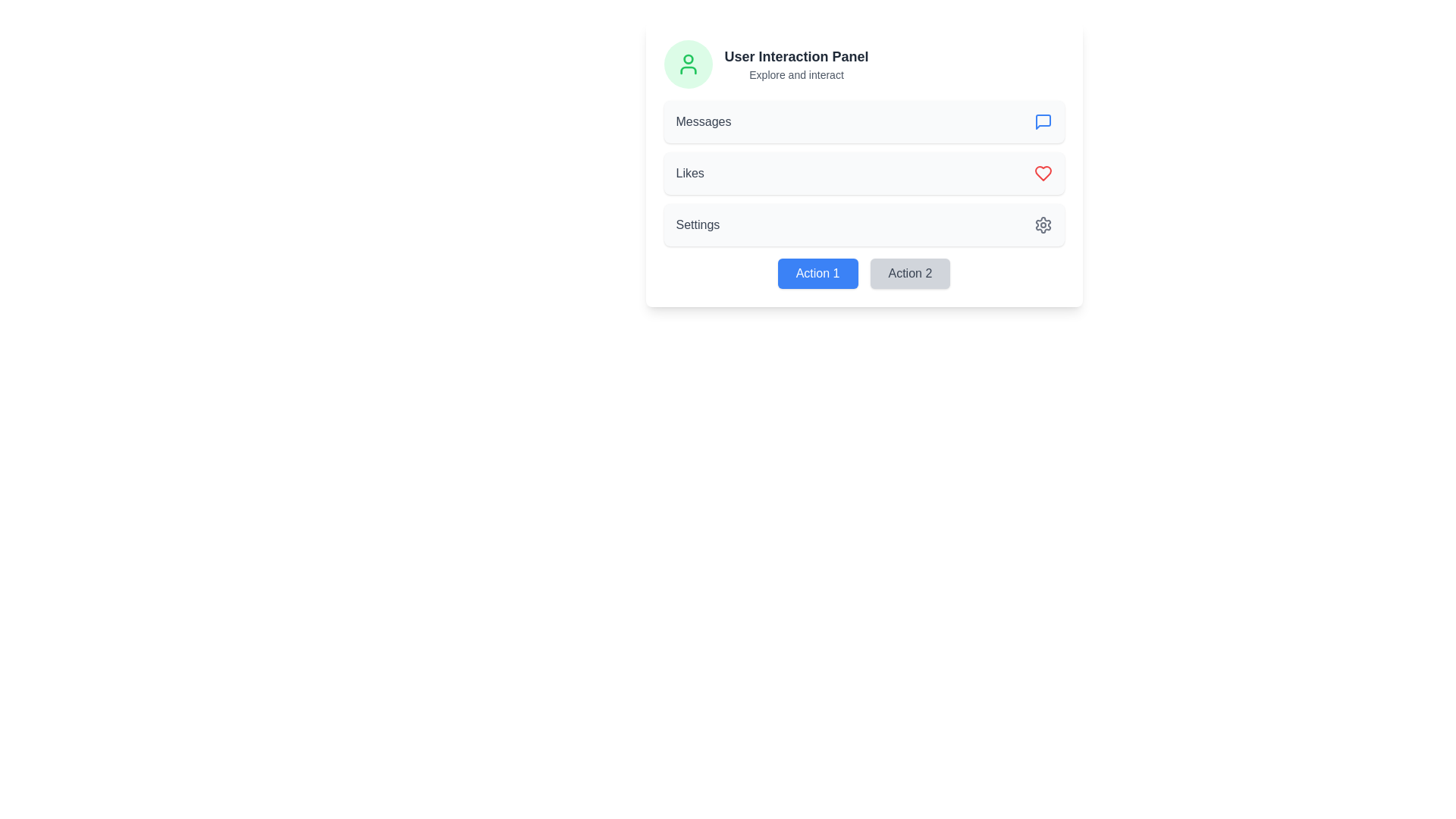  I want to click on the 'Action 2' button located at the bottom right of the 'User Interaction Panel', so click(910, 274).